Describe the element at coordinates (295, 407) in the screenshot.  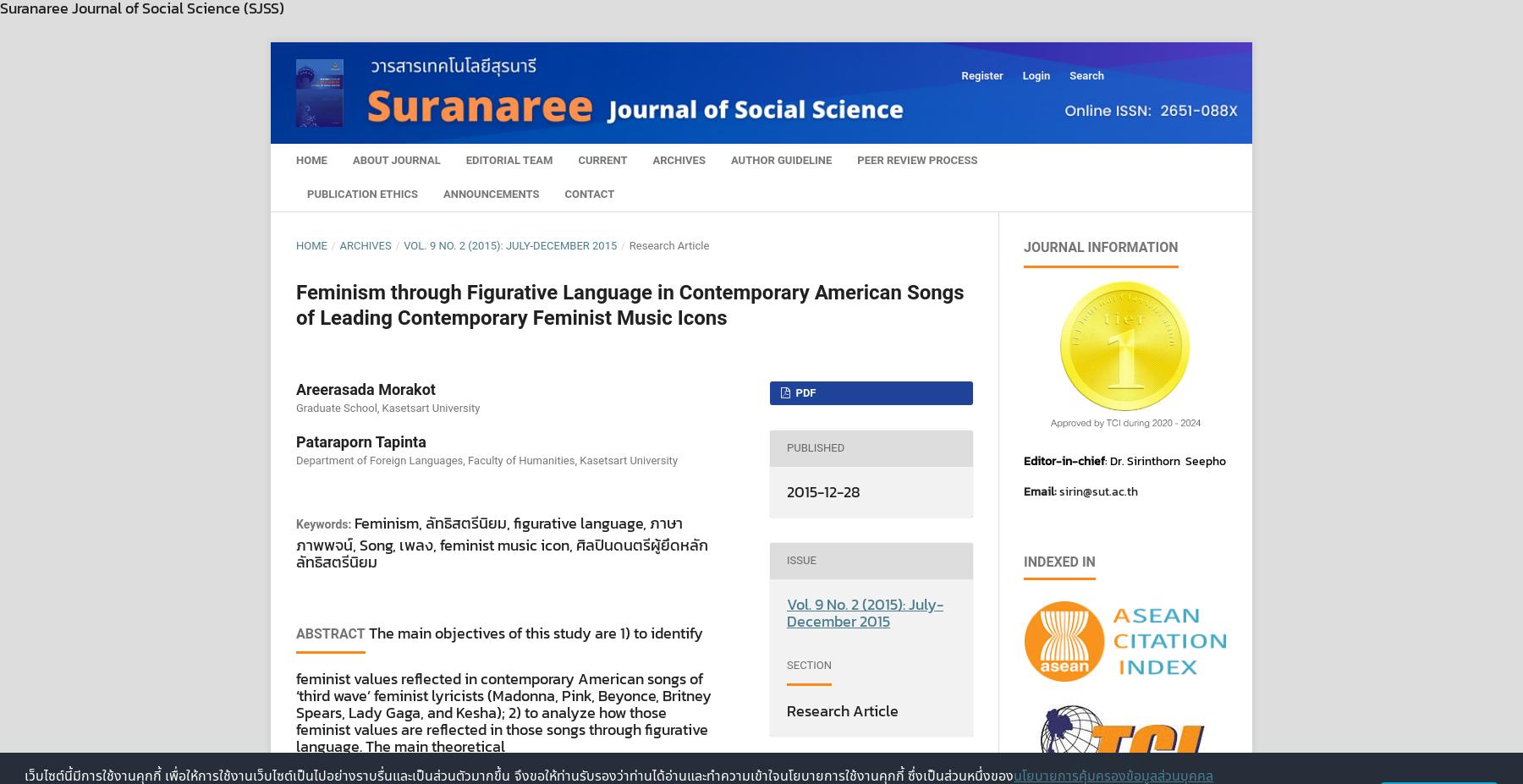
I see `'Graduate School, Kasetsart University'` at that location.